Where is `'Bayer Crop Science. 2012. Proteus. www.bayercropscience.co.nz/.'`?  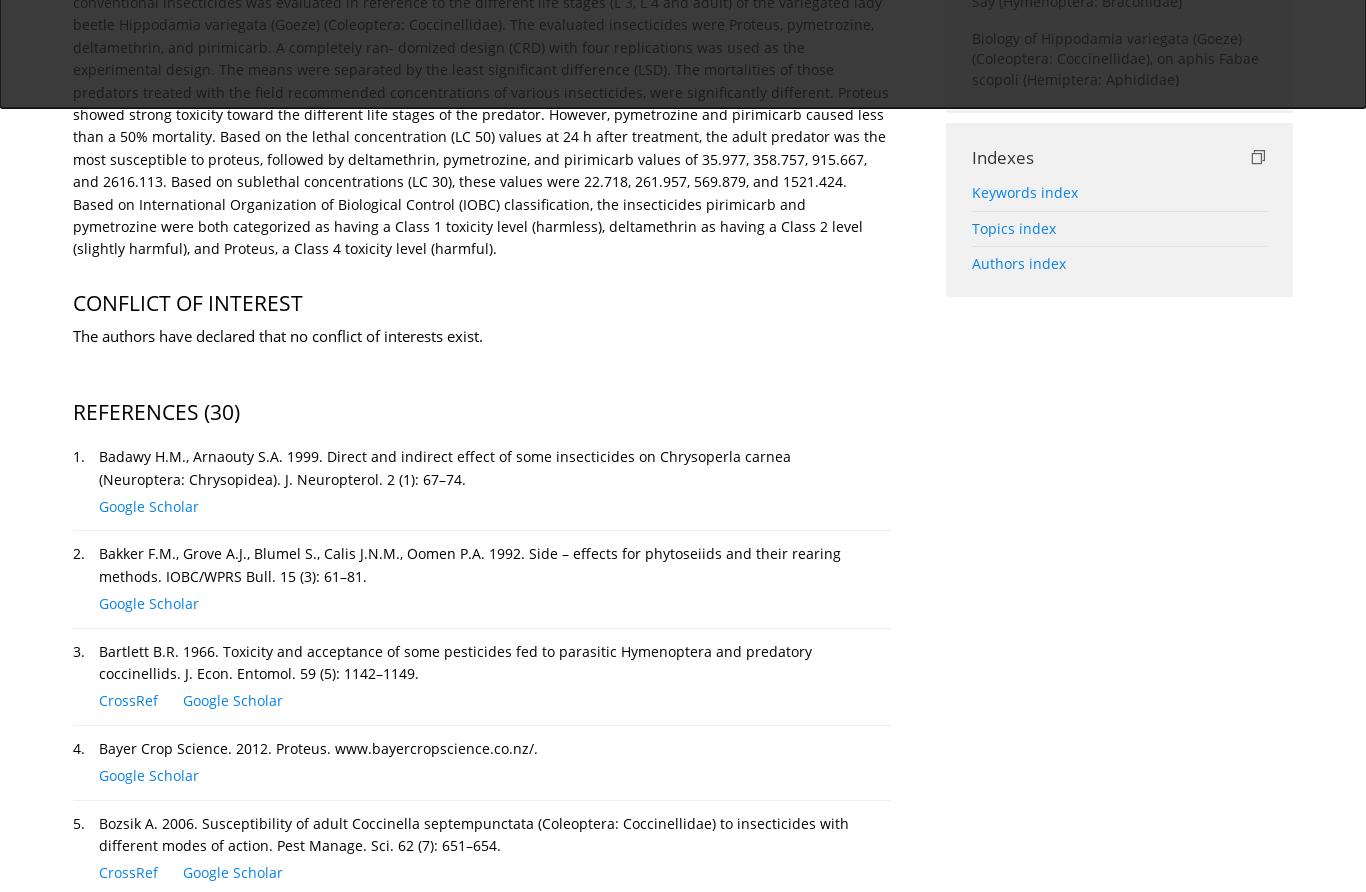 'Bayer Crop Science. 2012. Proteus. www.bayercropscience.co.nz/.' is located at coordinates (318, 747).